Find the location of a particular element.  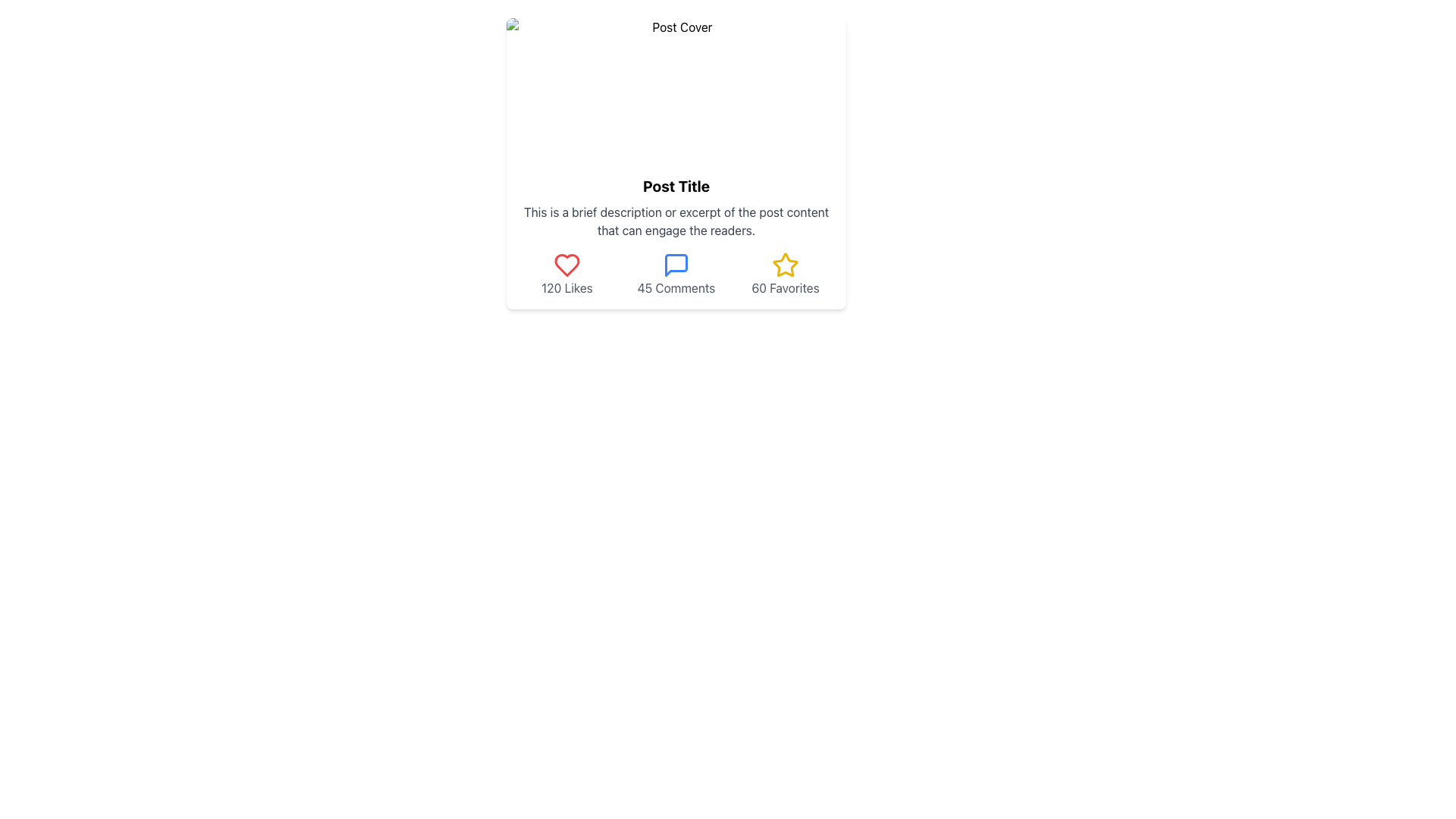

the star icon located in the bottom-right section of the panel to interact with the favorites feature, which is visually represented to mark items as favorited is located at coordinates (786, 265).